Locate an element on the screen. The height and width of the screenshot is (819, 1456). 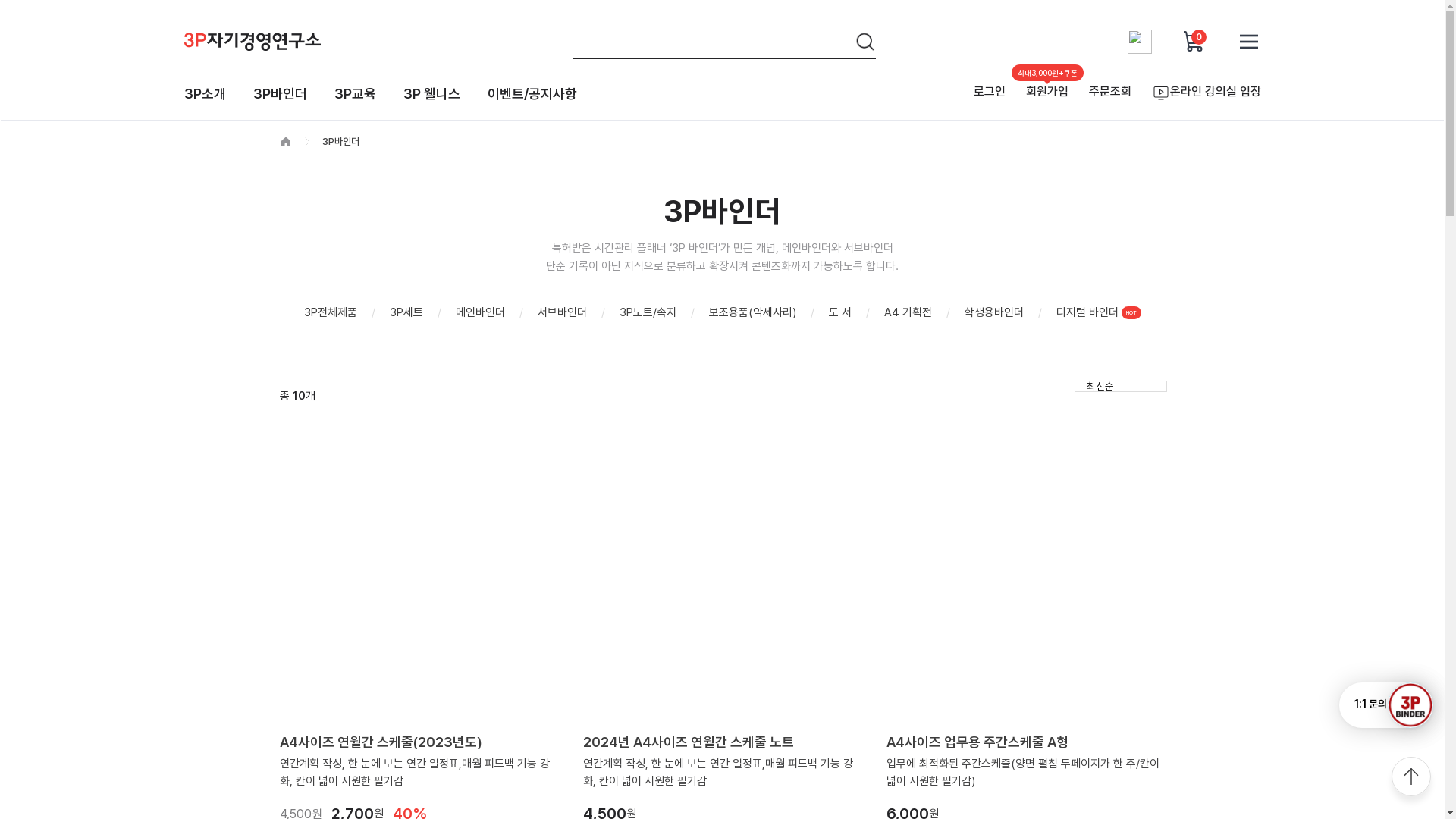
'0' is located at coordinates (1181, 40).